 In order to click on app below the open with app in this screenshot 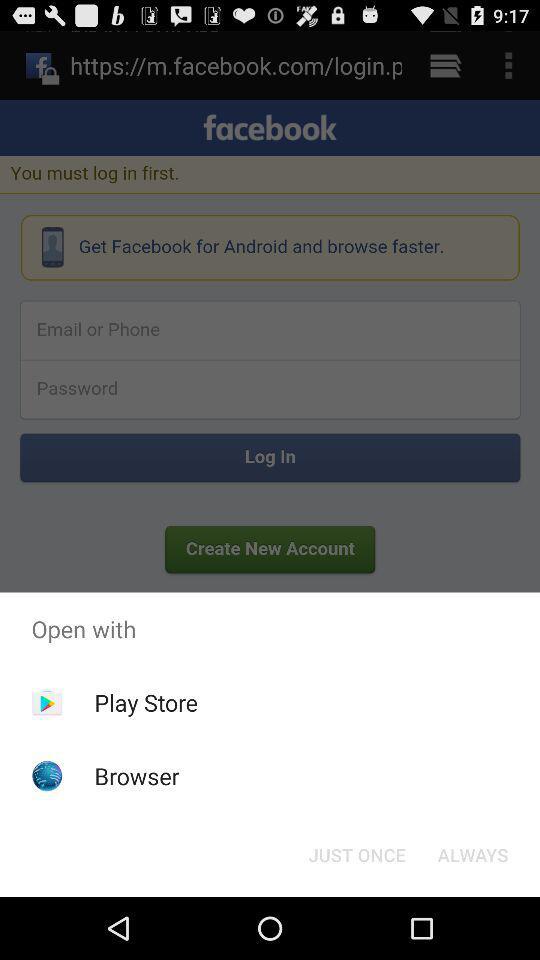, I will do `click(356, 853)`.